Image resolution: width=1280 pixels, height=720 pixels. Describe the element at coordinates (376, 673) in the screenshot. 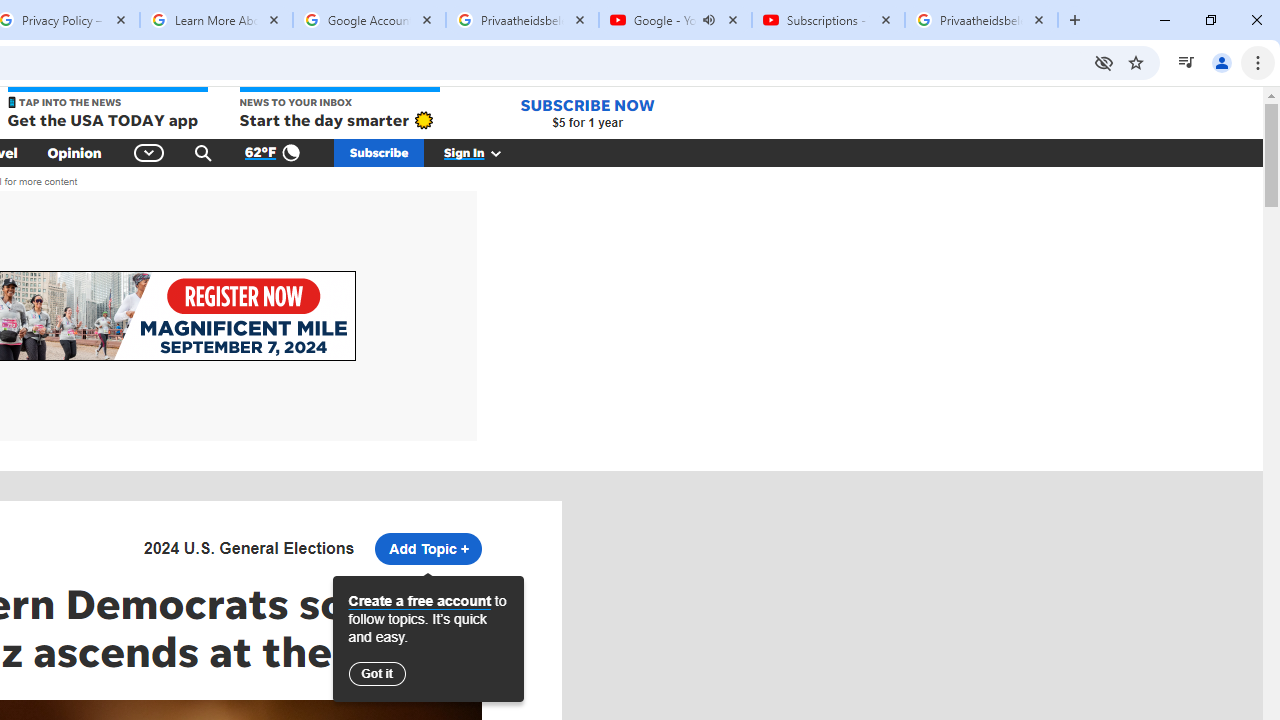

I see `'Got it'` at that location.